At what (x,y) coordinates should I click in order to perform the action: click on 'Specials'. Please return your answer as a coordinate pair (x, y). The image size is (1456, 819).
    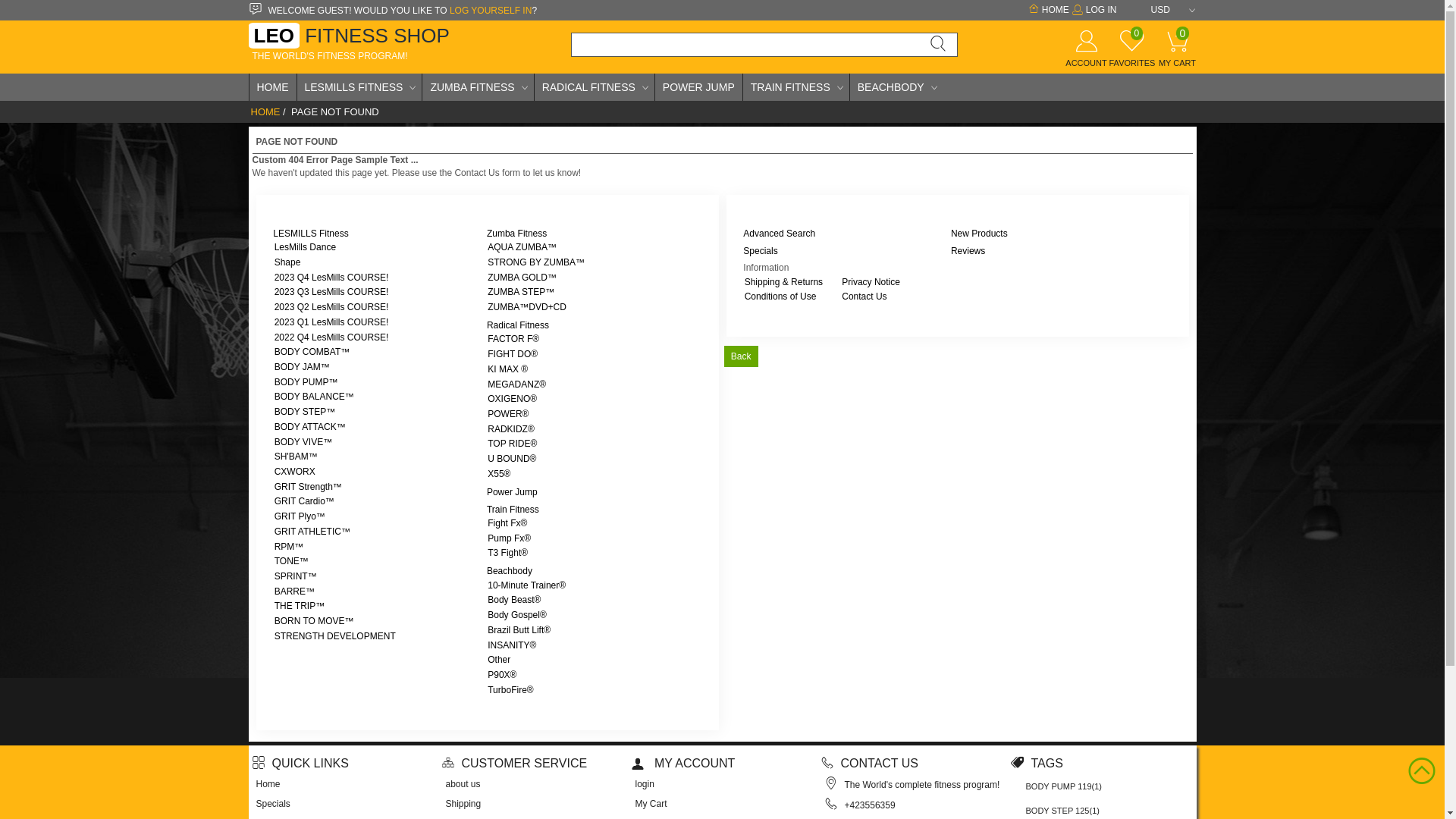
    Looking at the image, I should click on (273, 803).